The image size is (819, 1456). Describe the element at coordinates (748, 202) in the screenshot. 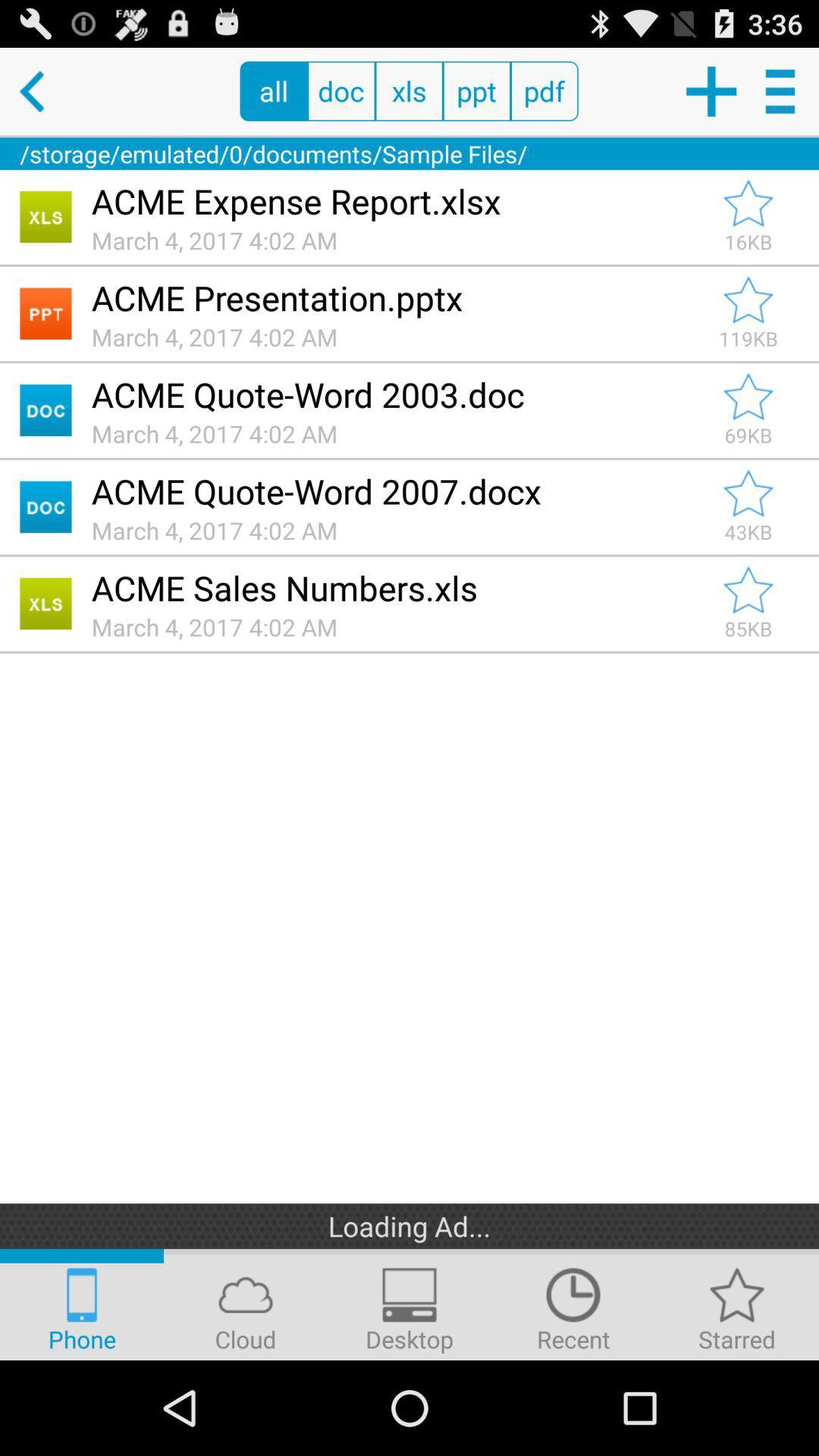

I see `mark as a favorite` at that location.